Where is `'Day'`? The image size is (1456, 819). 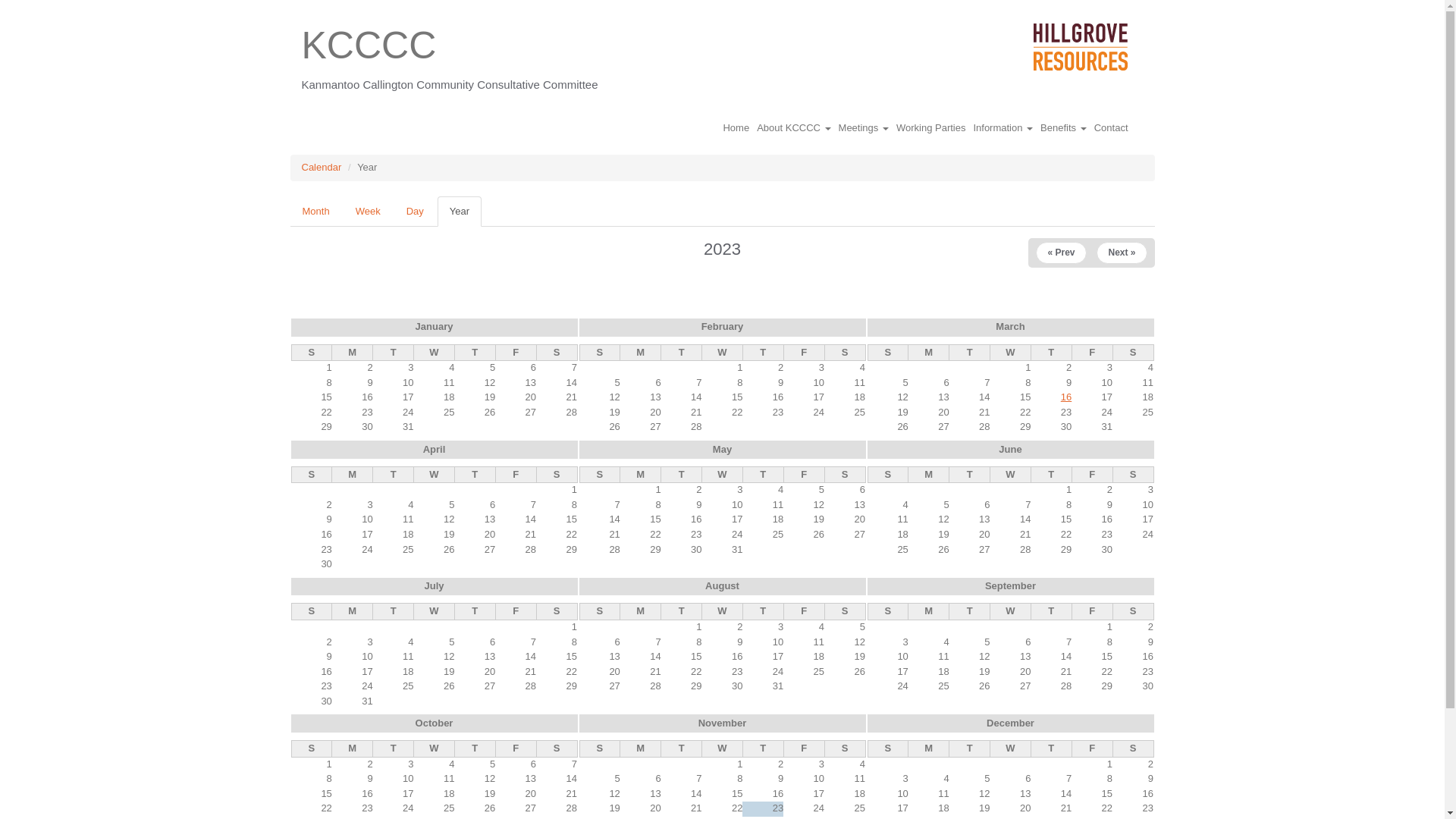 'Day' is located at coordinates (415, 212).